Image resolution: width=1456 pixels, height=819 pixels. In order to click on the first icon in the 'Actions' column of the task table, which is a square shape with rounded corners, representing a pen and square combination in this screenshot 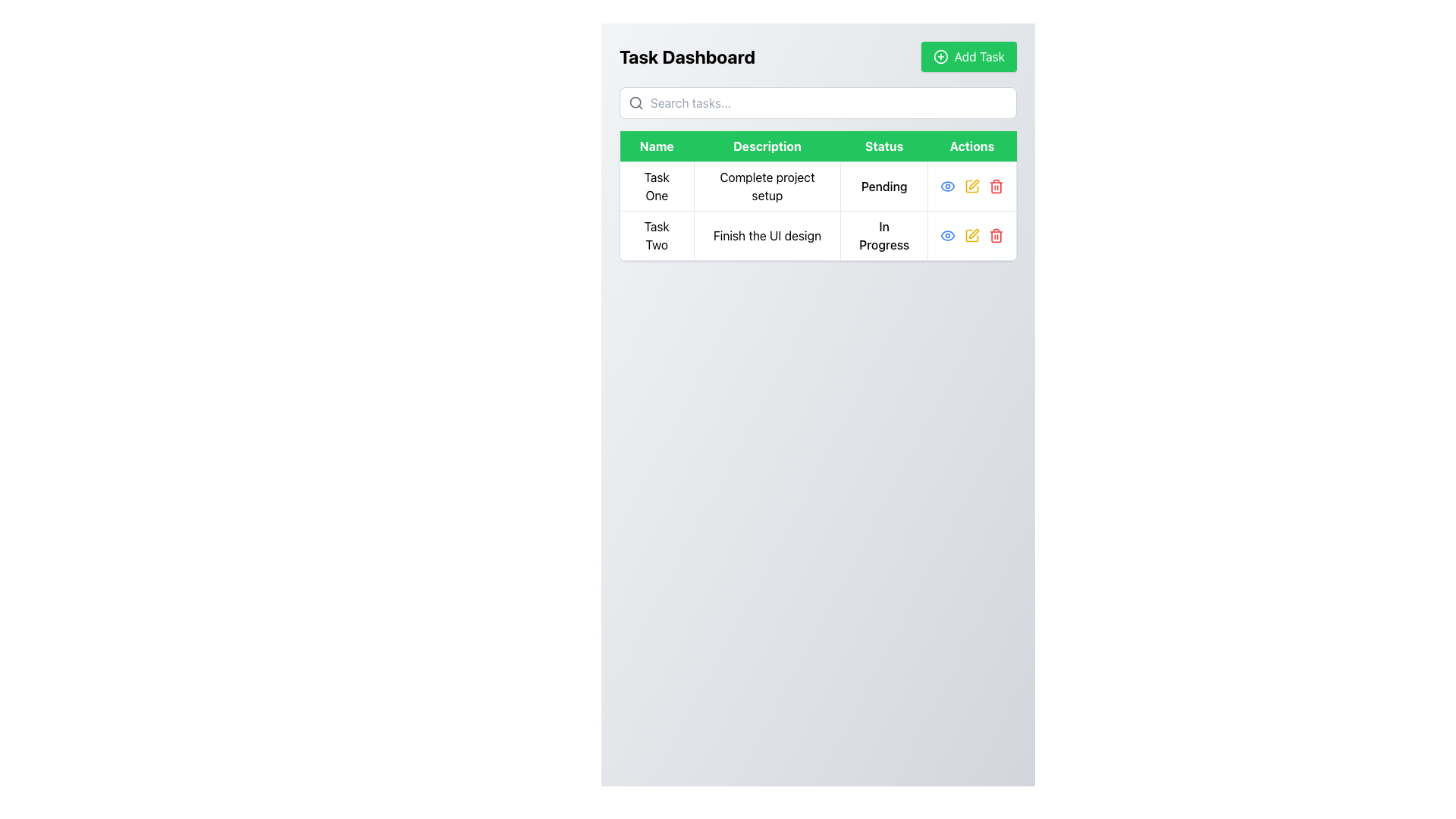, I will do `click(971, 186)`.